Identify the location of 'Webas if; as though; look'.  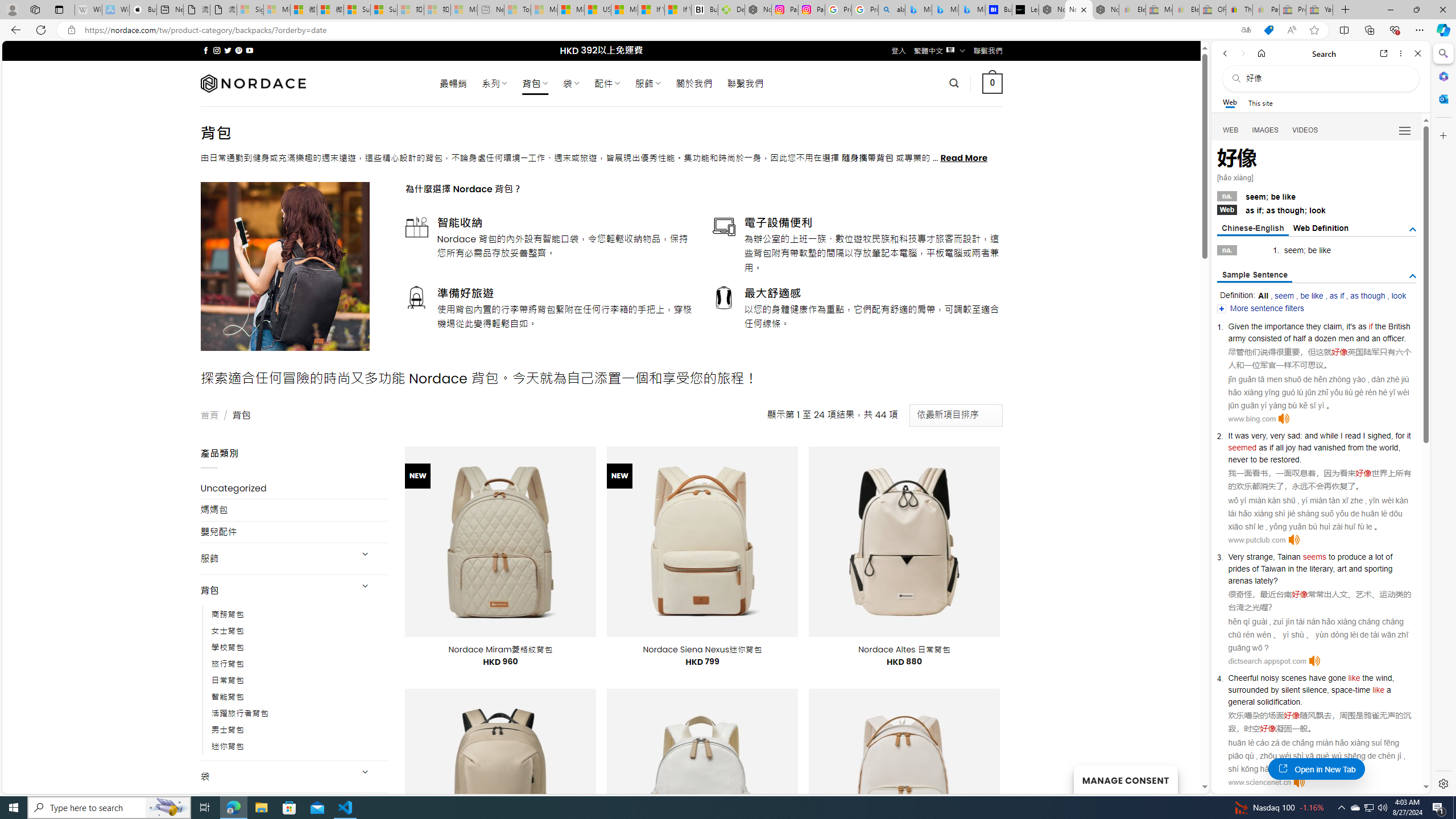
(1317, 209).